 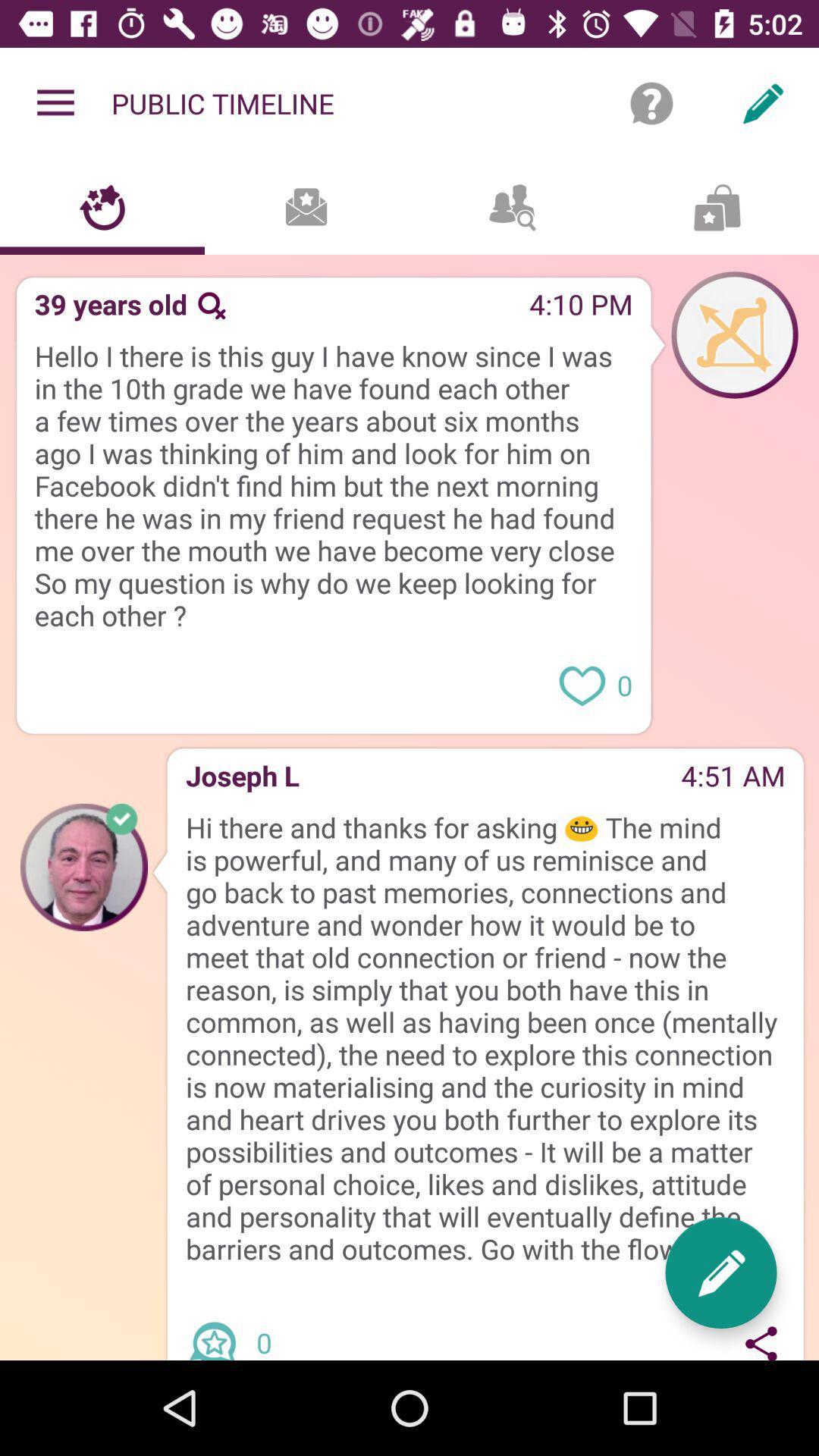 What do you see at coordinates (733, 334) in the screenshot?
I see `profile` at bounding box center [733, 334].